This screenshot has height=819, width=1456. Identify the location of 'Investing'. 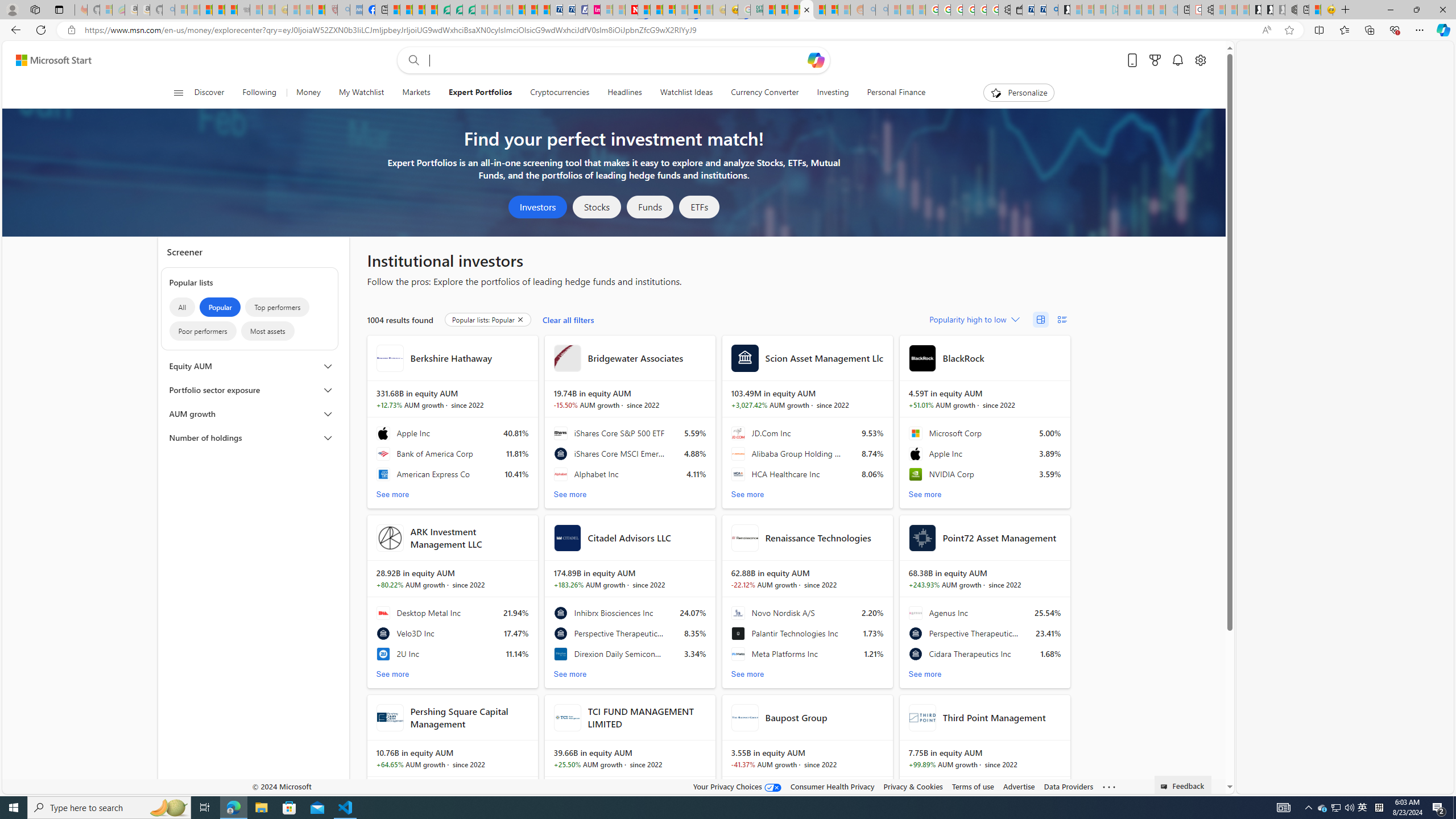
(832, 92).